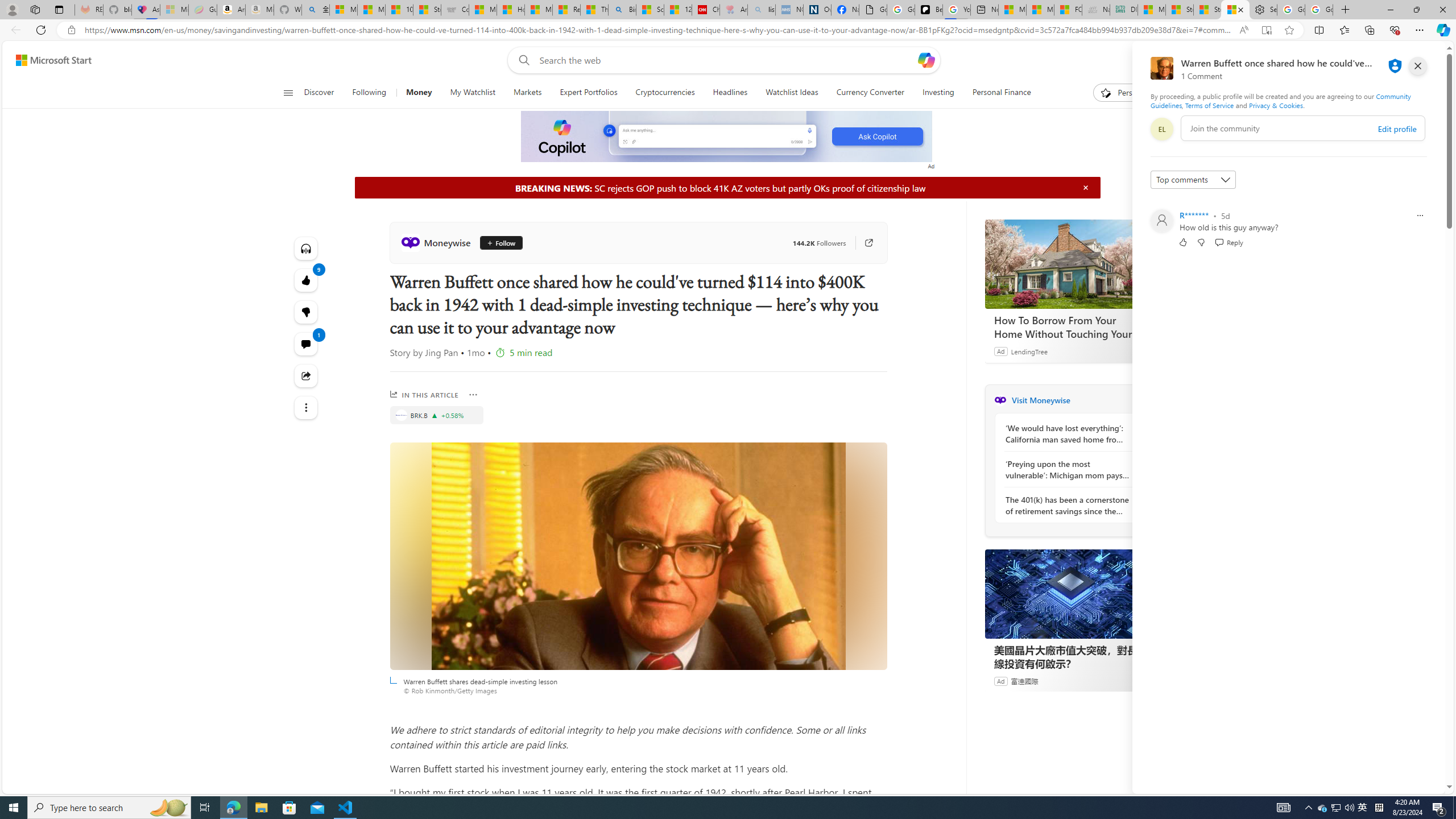  I want to click on 'More Options', so click(473, 394).